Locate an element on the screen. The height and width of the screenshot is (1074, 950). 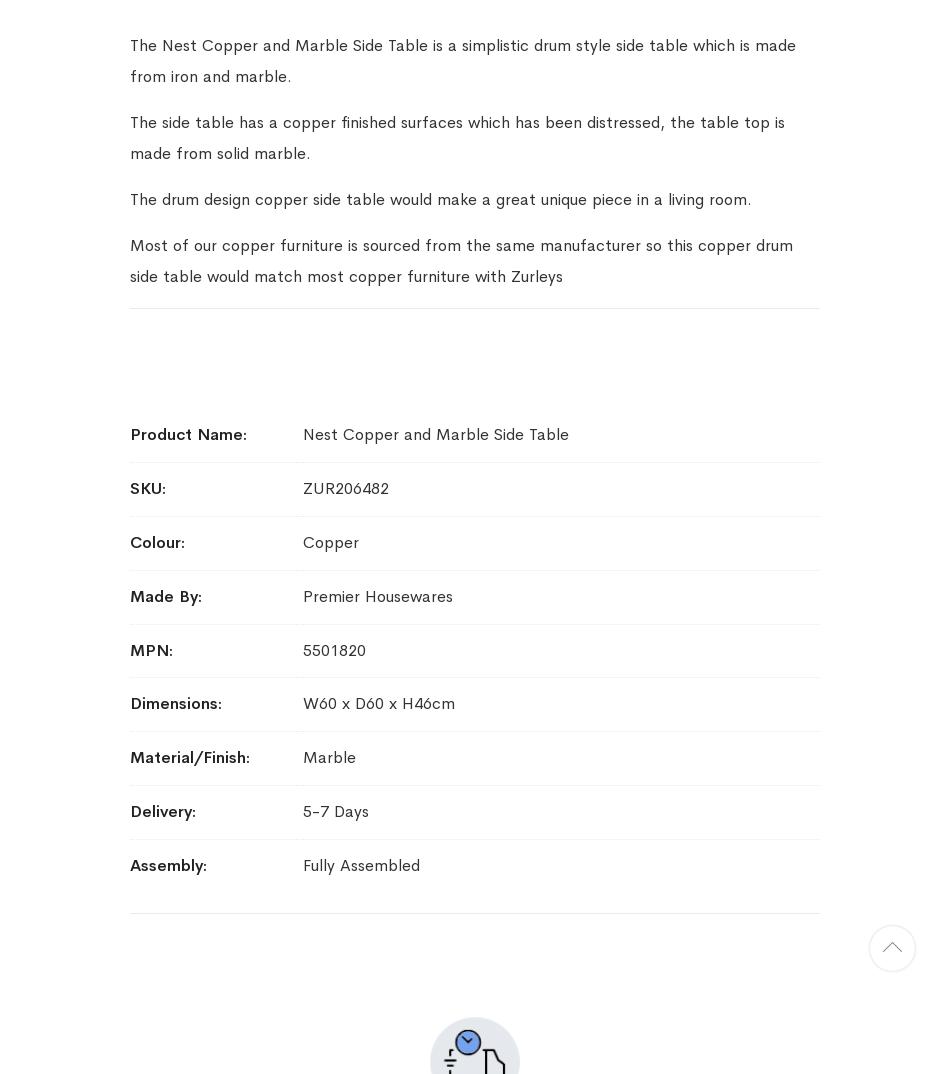
'ZUR206482' is located at coordinates (301, 488).